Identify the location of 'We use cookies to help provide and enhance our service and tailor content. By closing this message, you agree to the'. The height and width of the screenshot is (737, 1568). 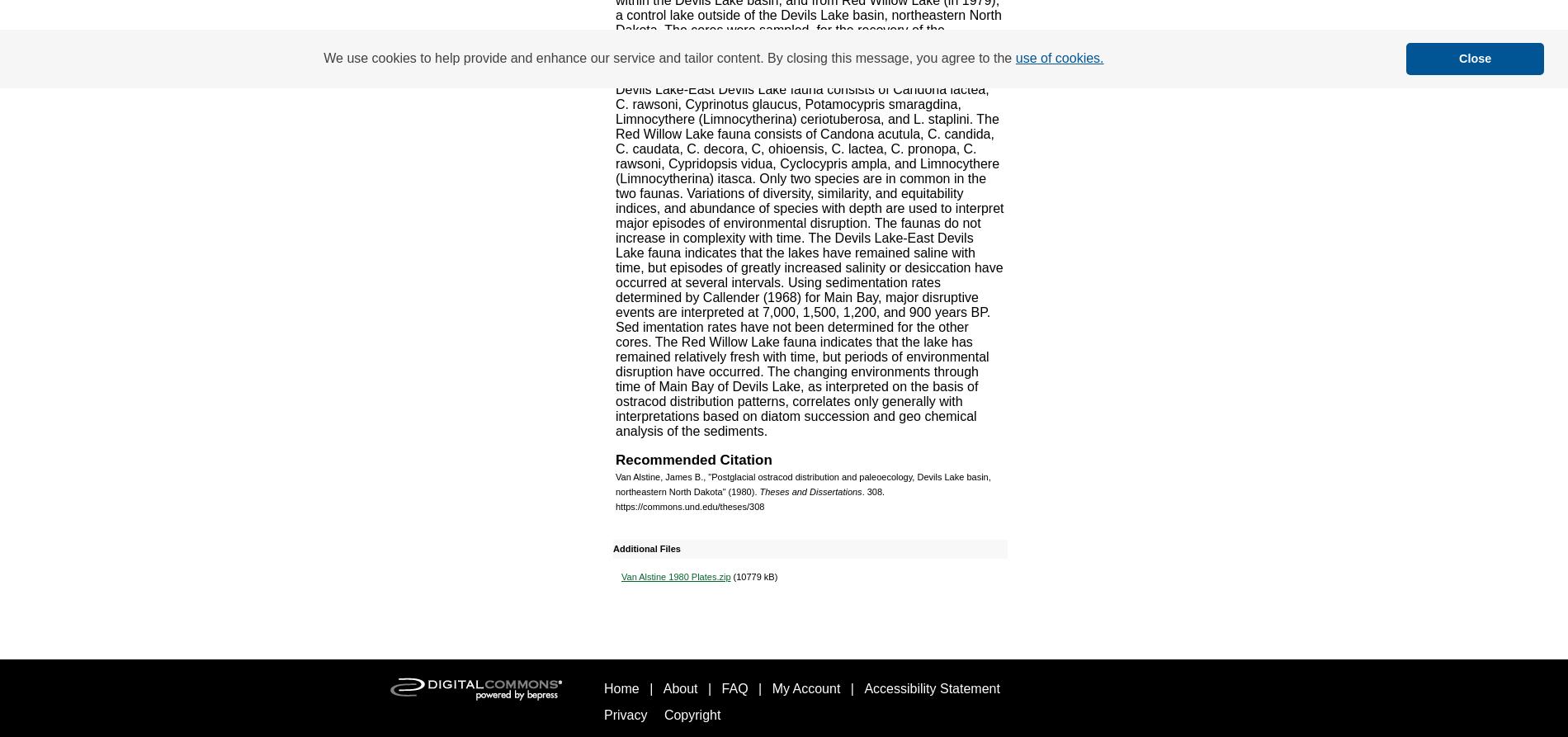
(322, 58).